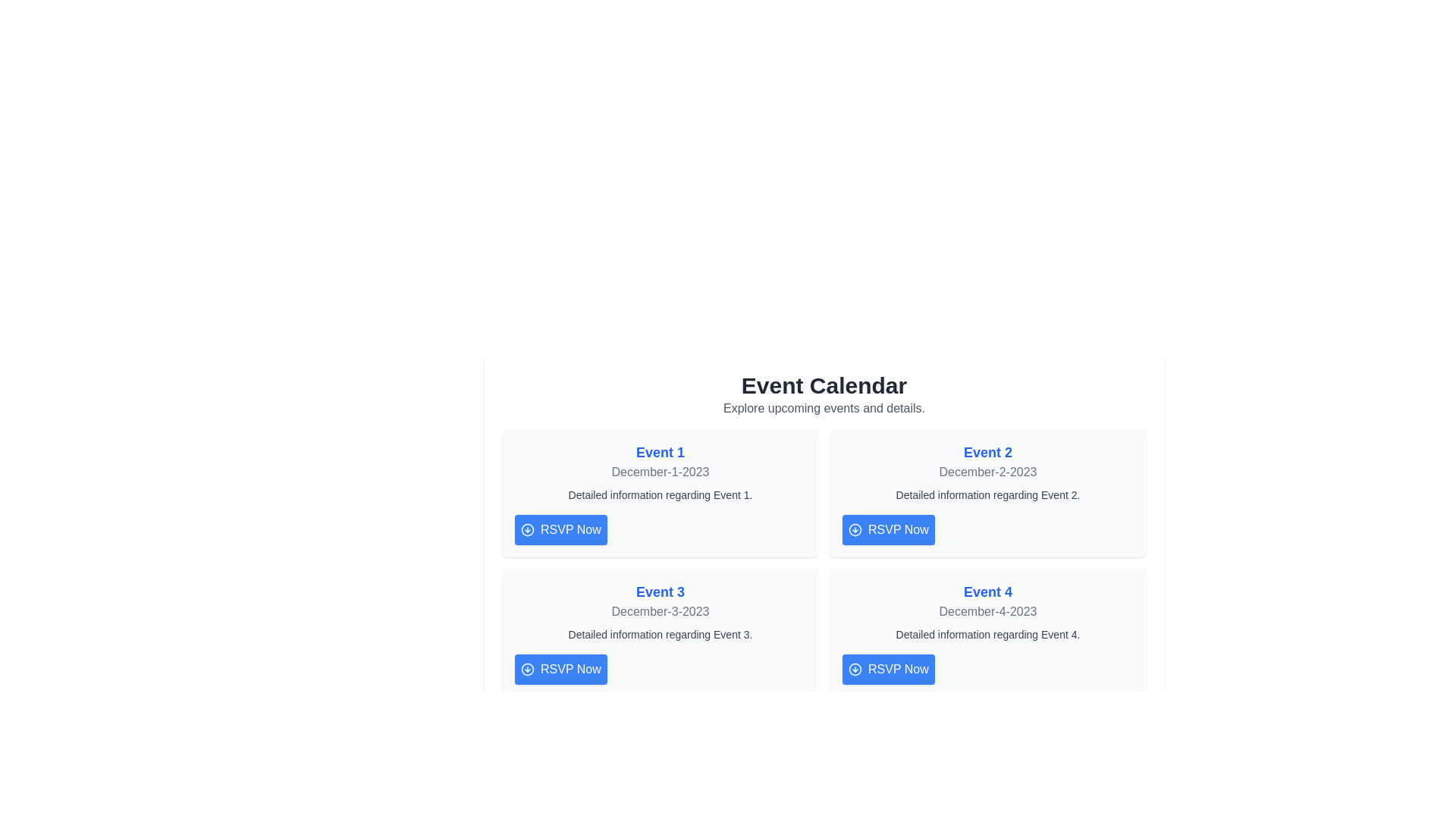 The width and height of the screenshot is (1456, 819). Describe the element at coordinates (987, 494) in the screenshot. I see `the static text paragraph that provides additional details about the event described in the card, positioned below the event title and date, and above the RSVP button` at that location.